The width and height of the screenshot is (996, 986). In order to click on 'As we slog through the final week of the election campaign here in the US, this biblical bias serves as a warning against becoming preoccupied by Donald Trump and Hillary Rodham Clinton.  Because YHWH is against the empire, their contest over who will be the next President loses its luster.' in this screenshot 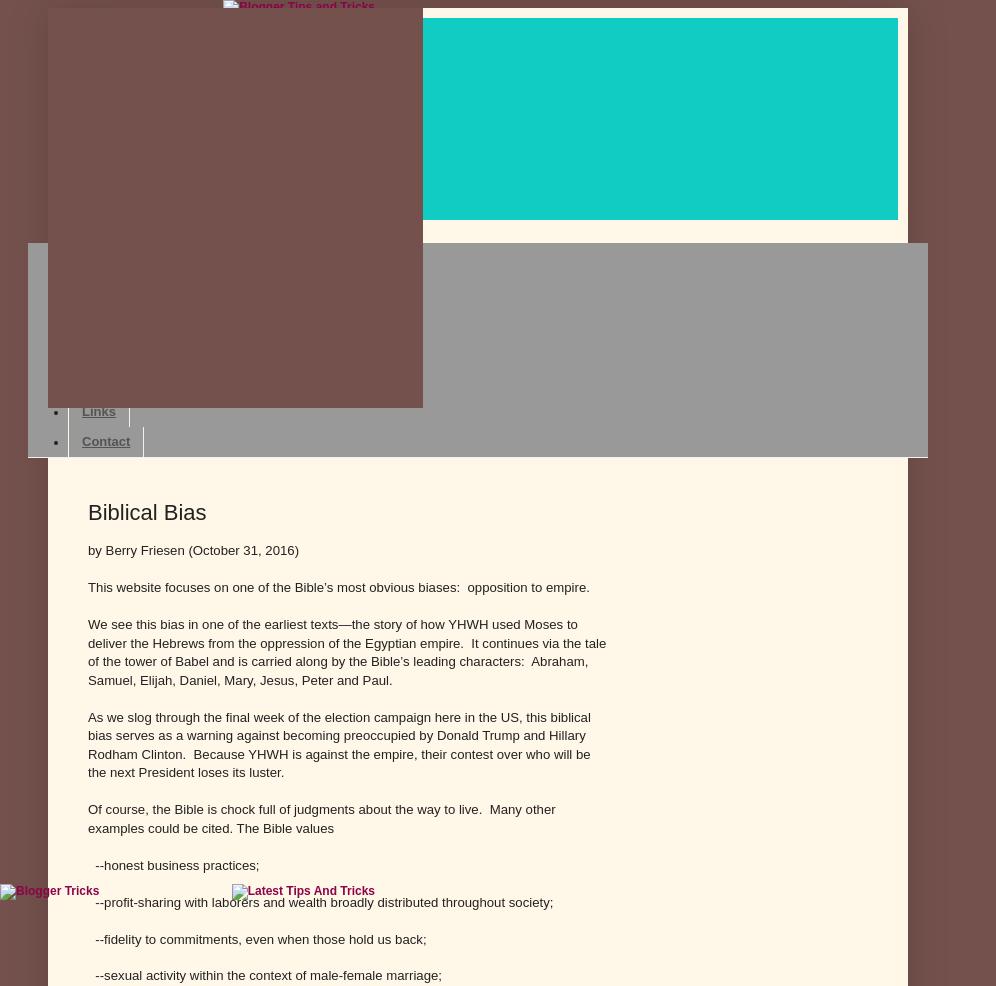, I will do `click(88, 744)`.